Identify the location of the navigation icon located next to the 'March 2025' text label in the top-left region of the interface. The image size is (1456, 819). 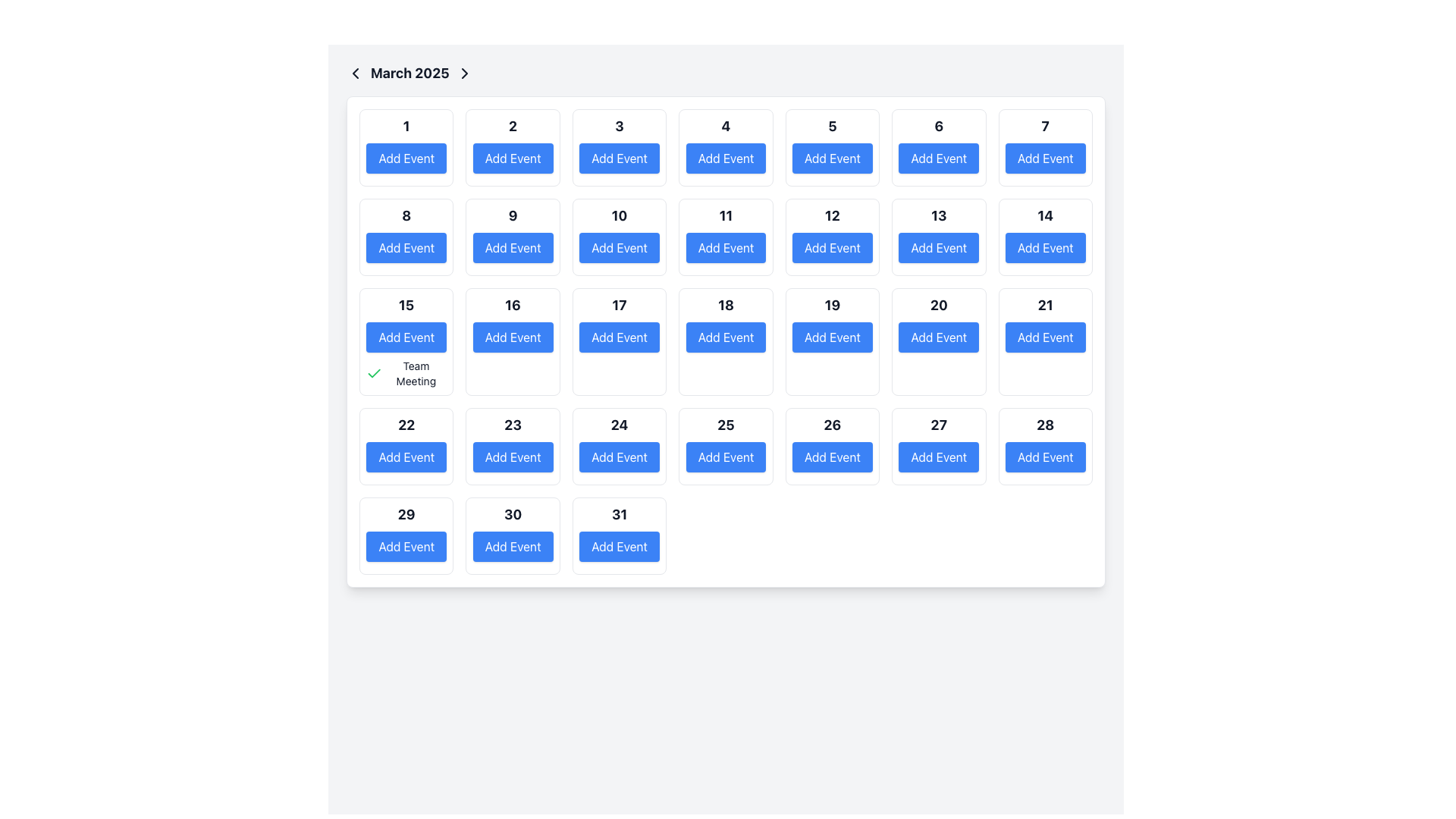
(463, 73).